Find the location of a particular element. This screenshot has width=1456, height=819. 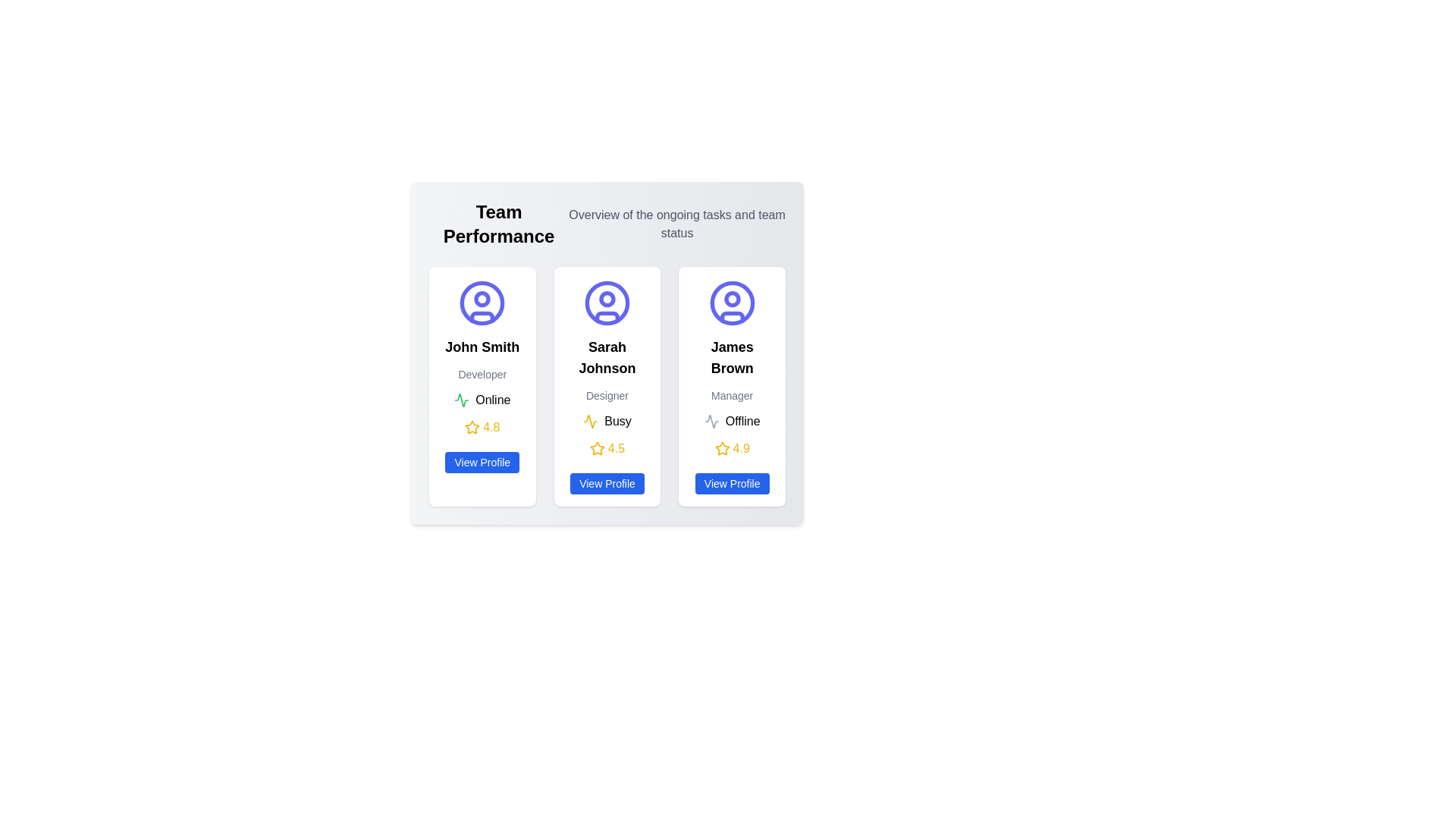

the text label displaying 'John Smith', which is prominently styled in a bold and larger font within the first user card, positioned below the avatar and above the job title 'Developer' is located at coordinates (482, 347).